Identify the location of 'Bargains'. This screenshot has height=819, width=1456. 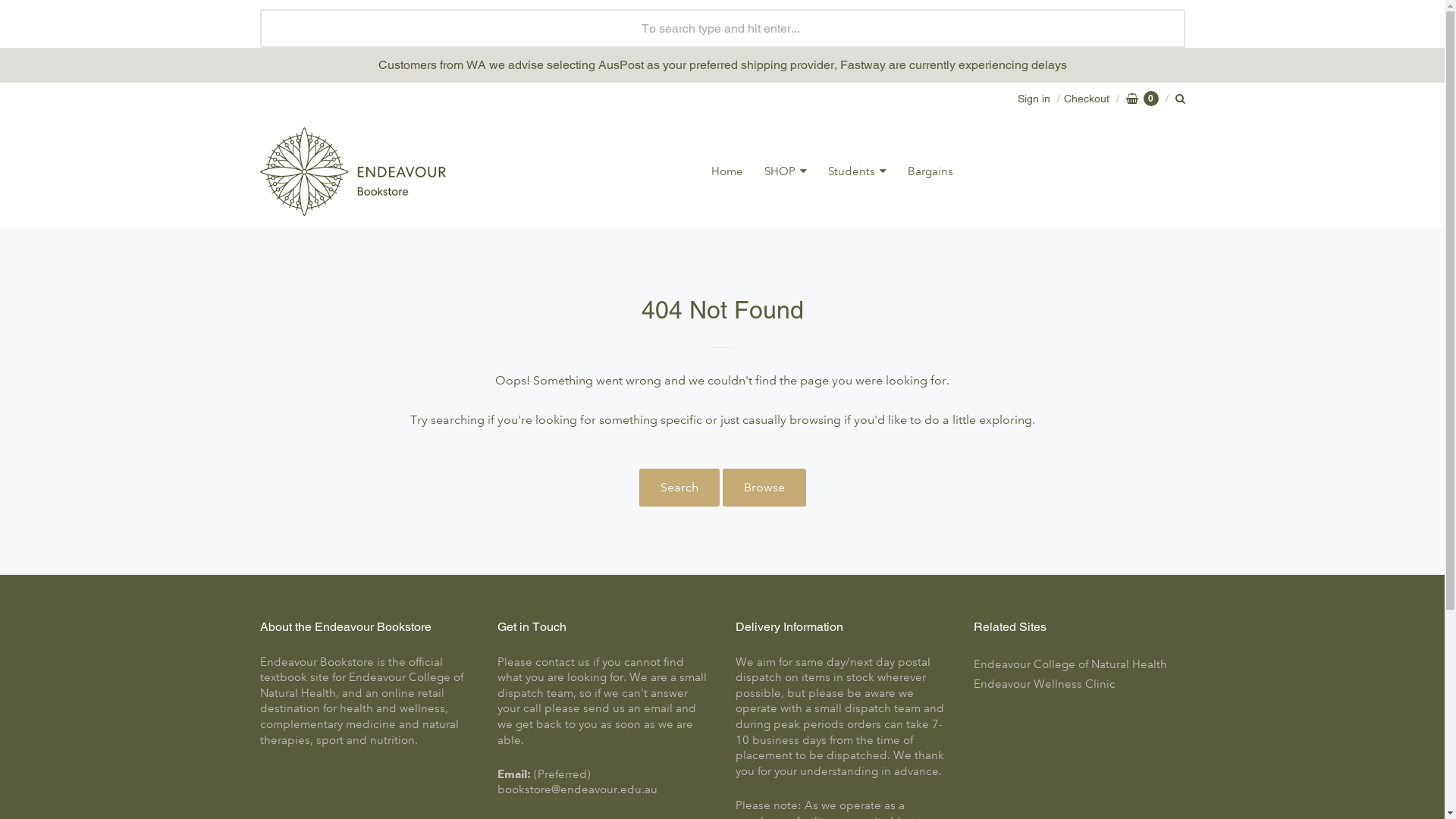
(930, 171).